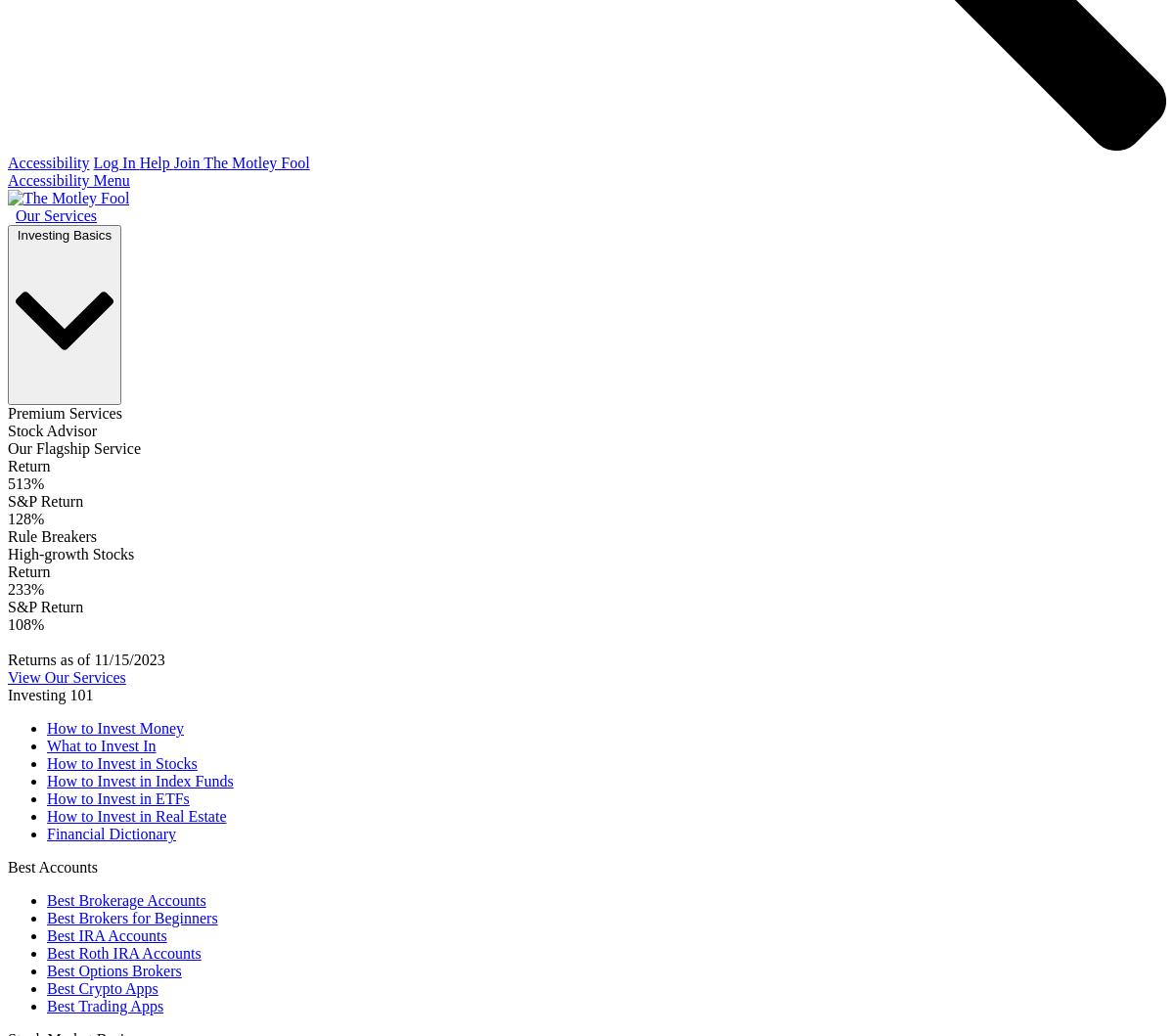  What do you see at coordinates (155, 161) in the screenshot?
I see `'Help'` at bounding box center [155, 161].